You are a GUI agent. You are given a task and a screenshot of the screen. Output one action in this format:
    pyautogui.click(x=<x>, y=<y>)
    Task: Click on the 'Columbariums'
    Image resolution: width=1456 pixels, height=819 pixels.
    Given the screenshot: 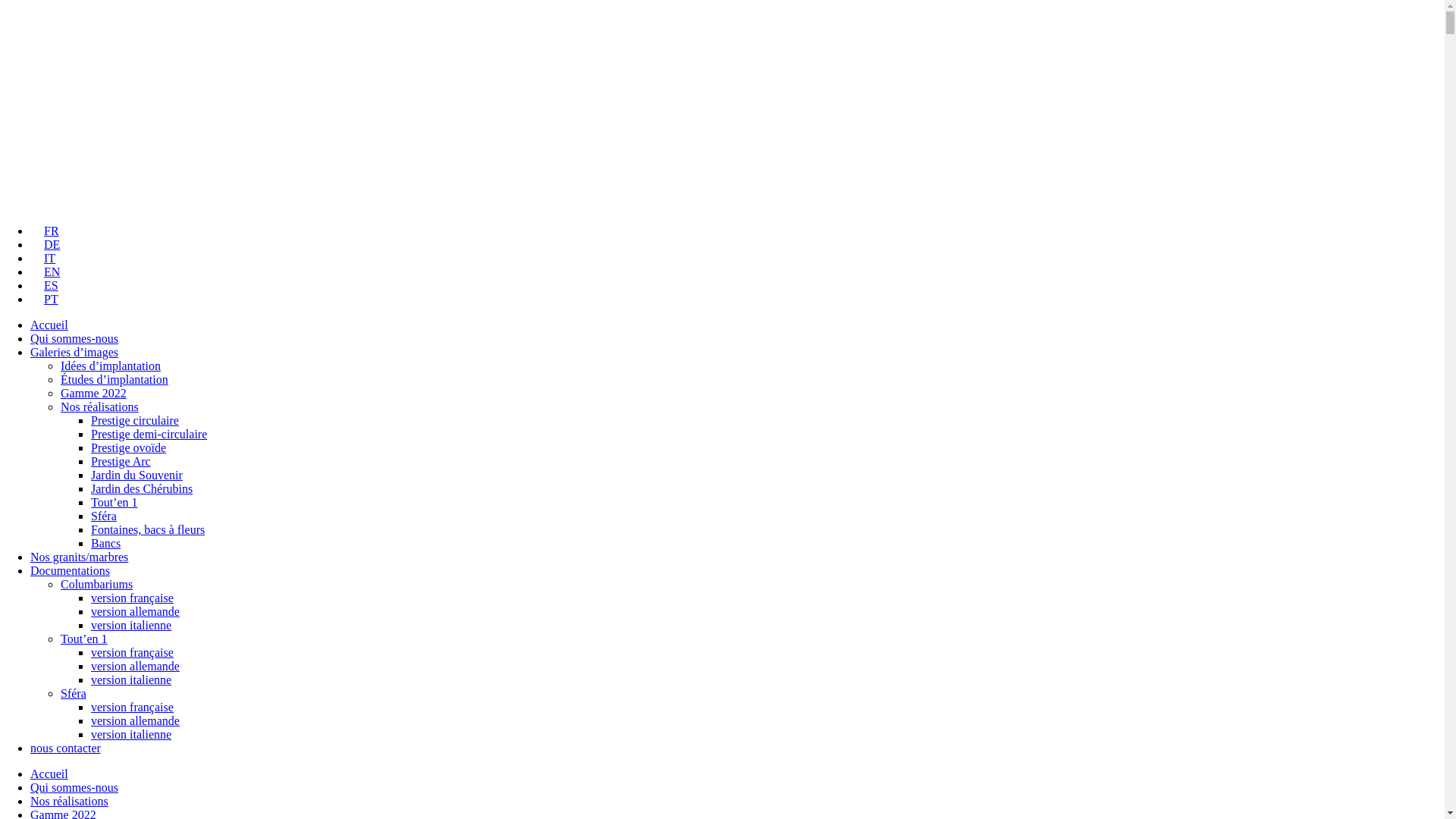 What is the action you would take?
    pyautogui.click(x=96, y=583)
    